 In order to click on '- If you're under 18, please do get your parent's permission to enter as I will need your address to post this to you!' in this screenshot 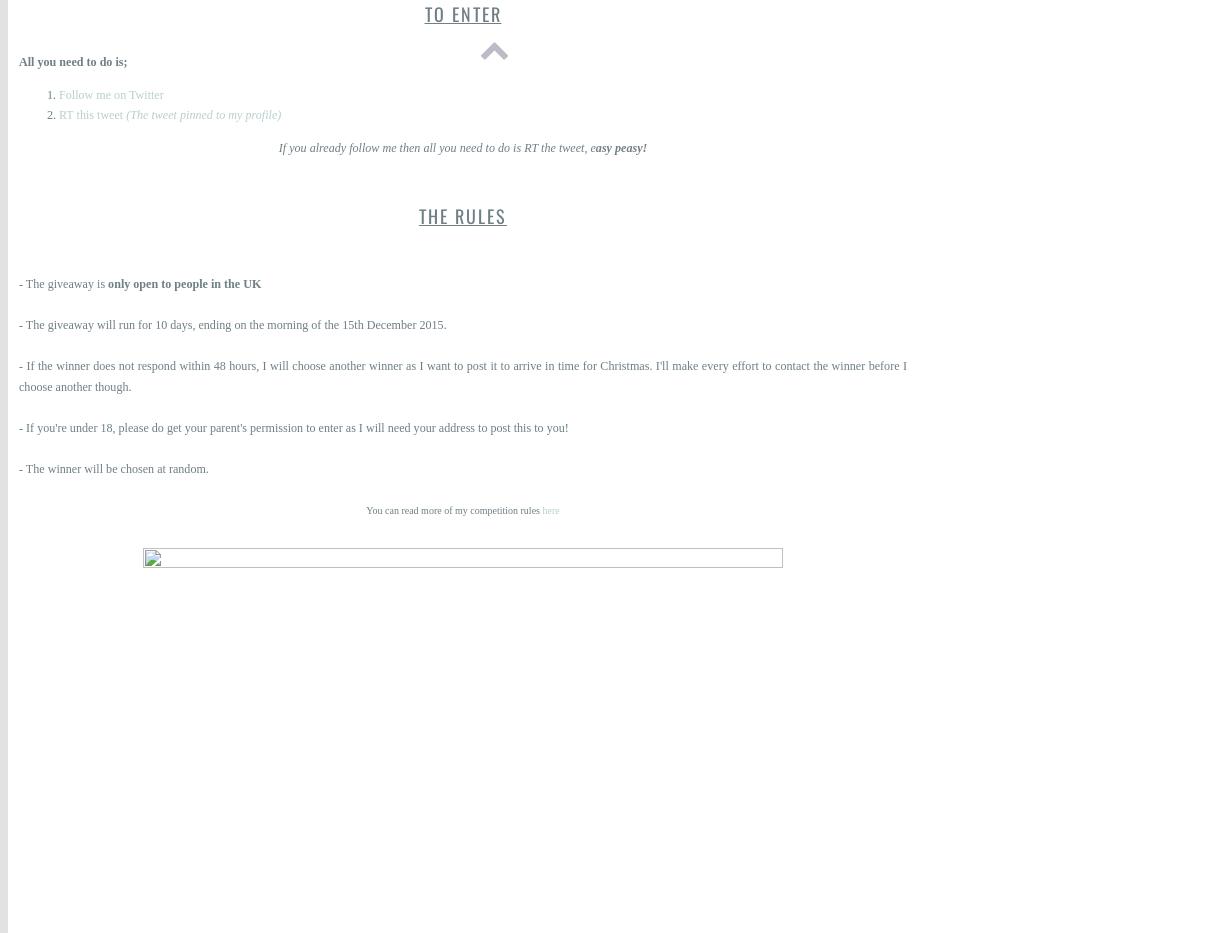, I will do `click(293, 426)`.